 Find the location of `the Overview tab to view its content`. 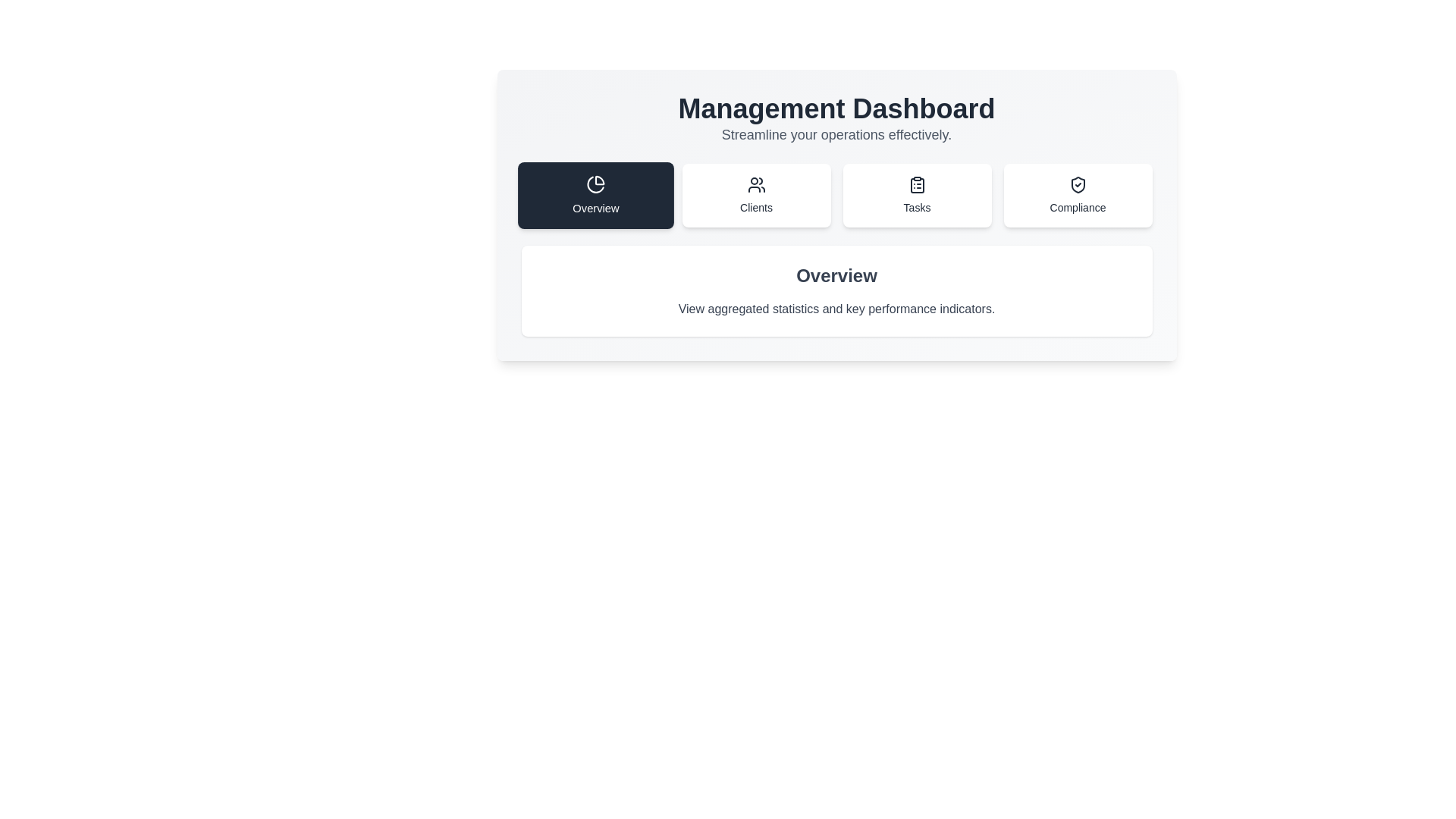

the Overview tab to view its content is located at coordinates (595, 195).